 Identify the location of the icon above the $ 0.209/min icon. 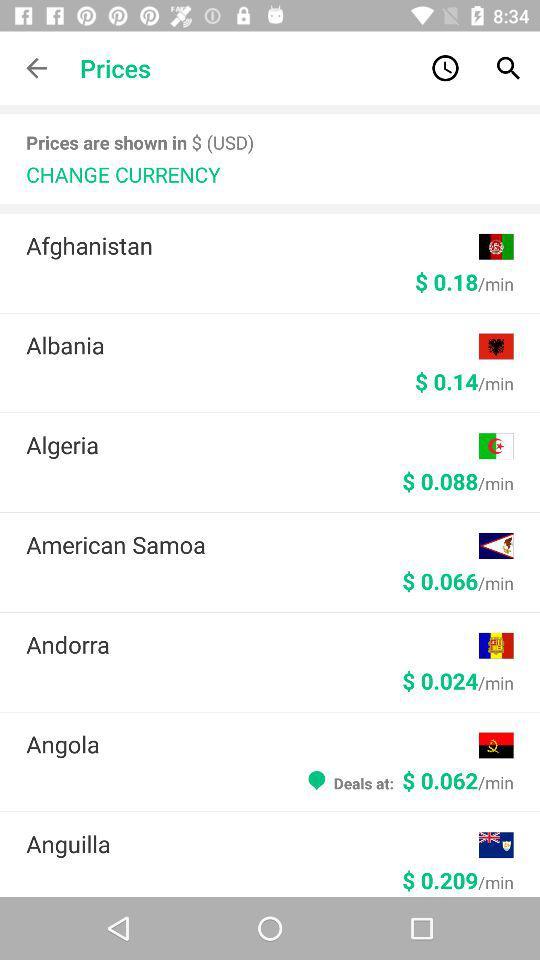
(252, 842).